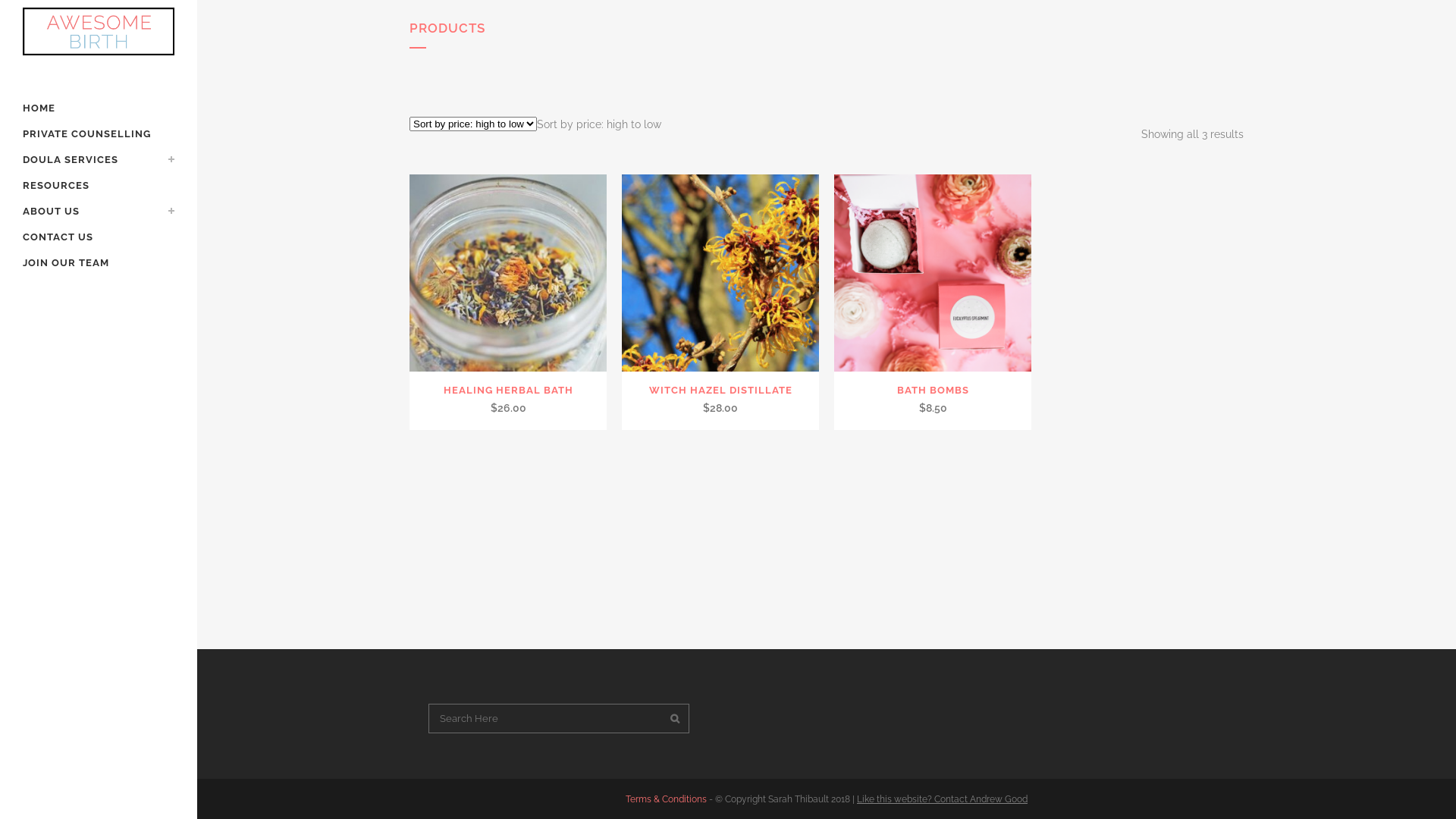  Describe the element at coordinates (97, 185) in the screenshot. I see `'RESOURCES'` at that location.